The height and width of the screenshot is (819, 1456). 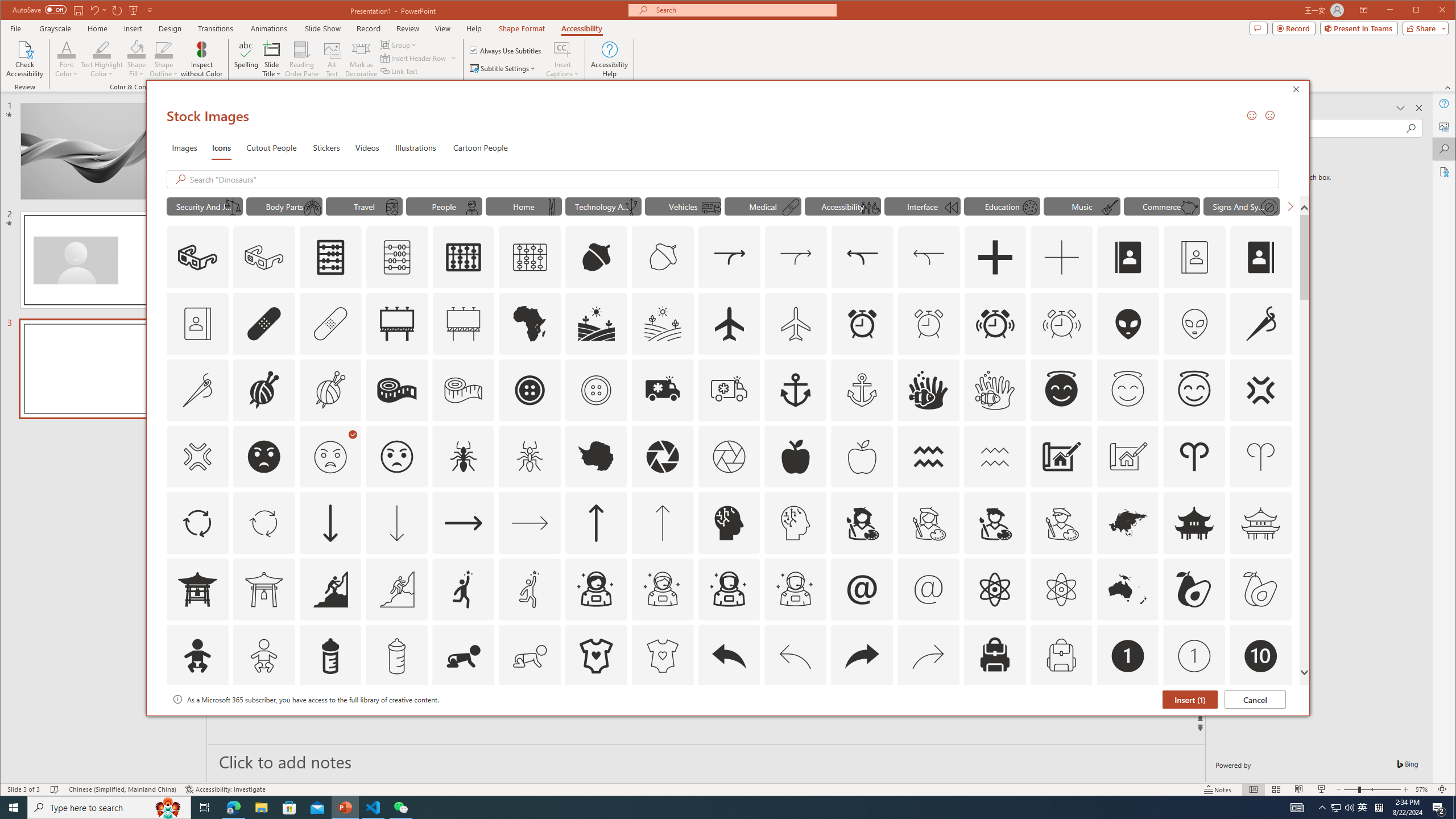 I want to click on 'AutomationID: Icons_BabyCrawling', so click(x=463, y=655).